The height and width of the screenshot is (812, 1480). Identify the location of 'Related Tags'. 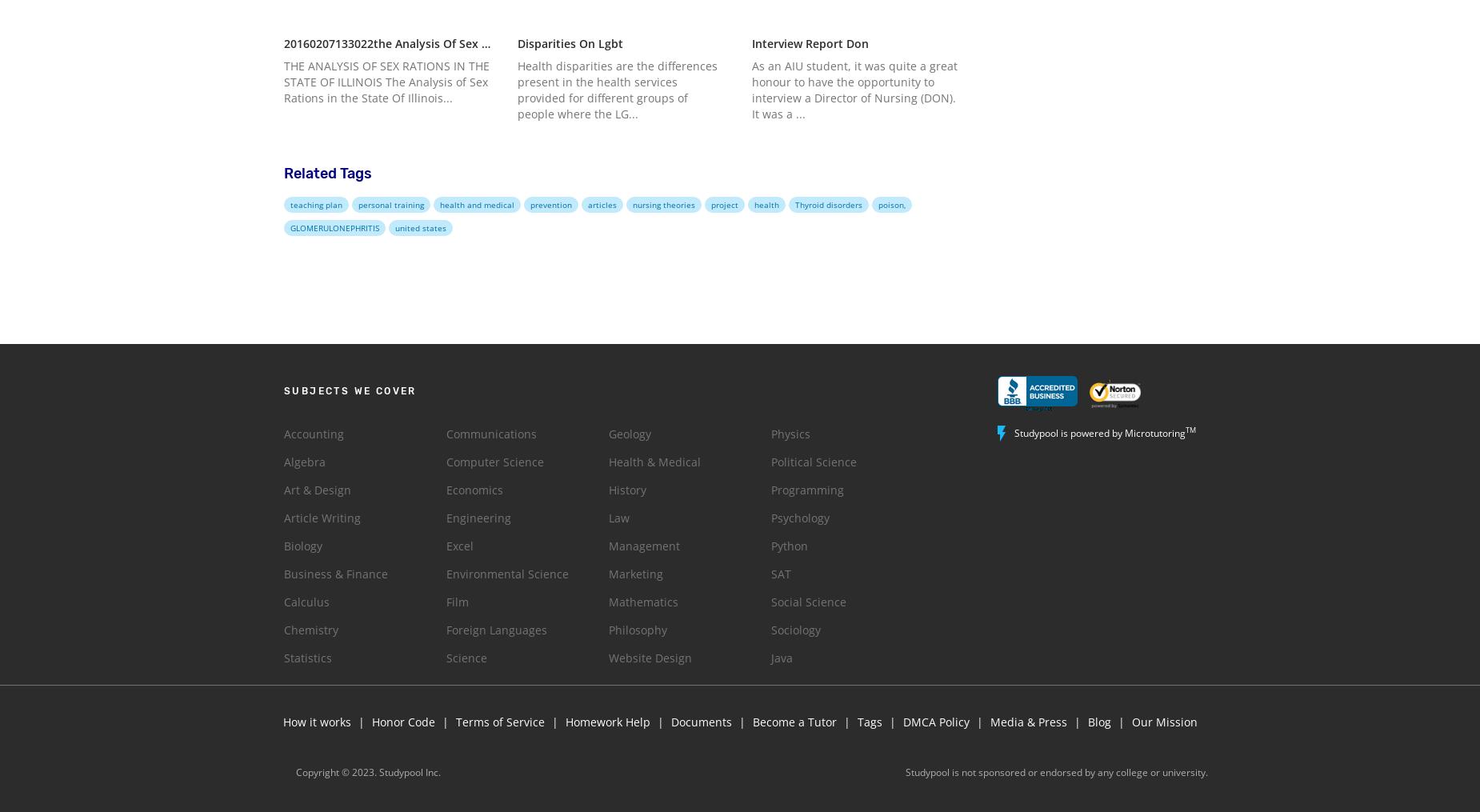
(283, 173).